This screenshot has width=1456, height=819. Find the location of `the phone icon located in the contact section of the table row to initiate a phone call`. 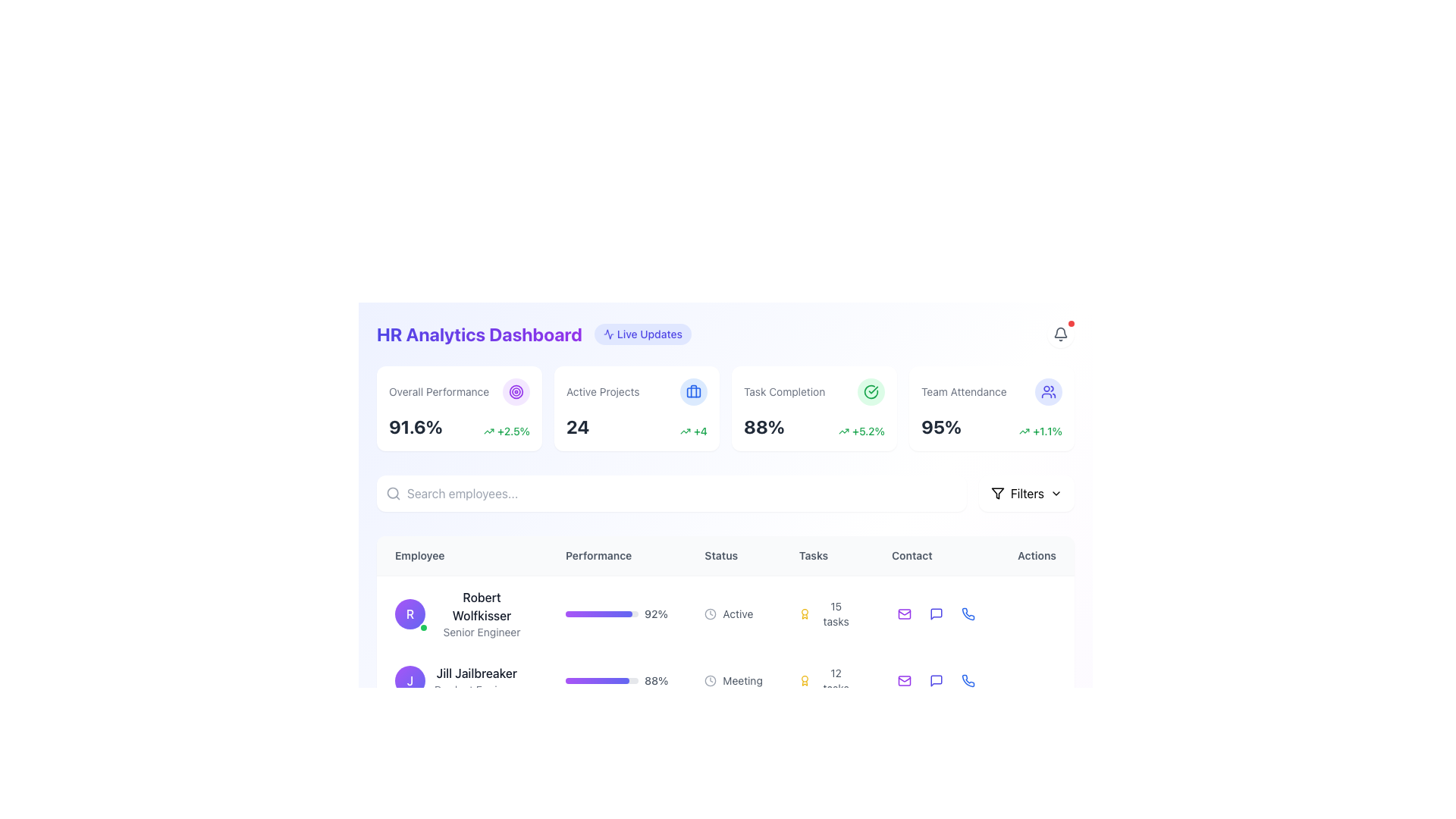

the phone icon located in the contact section of the table row to initiate a phone call is located at coordinates (968, 680).